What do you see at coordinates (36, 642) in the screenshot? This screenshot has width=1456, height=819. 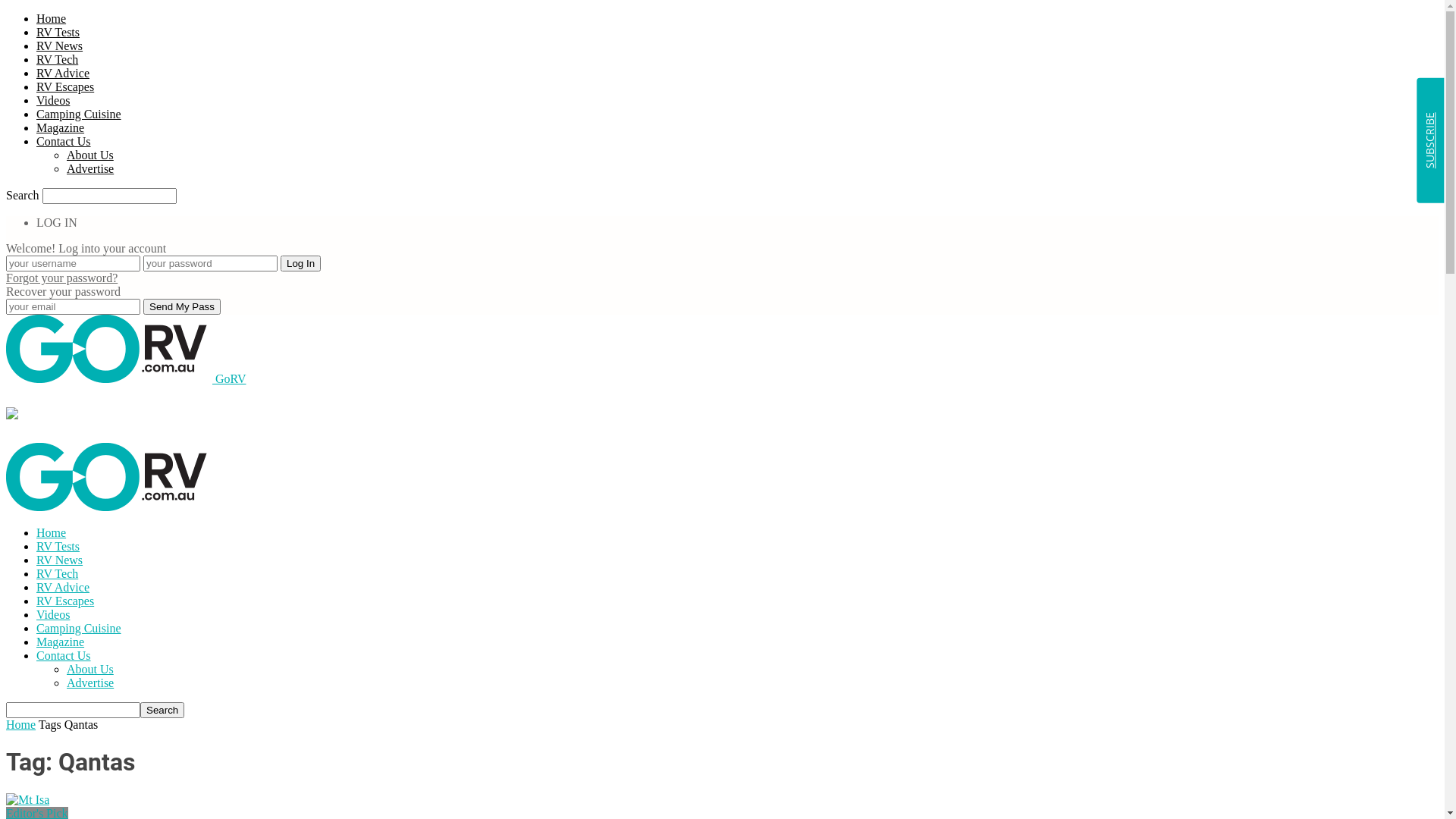 I see `'Magazine'` at bounding box center [36, 642].